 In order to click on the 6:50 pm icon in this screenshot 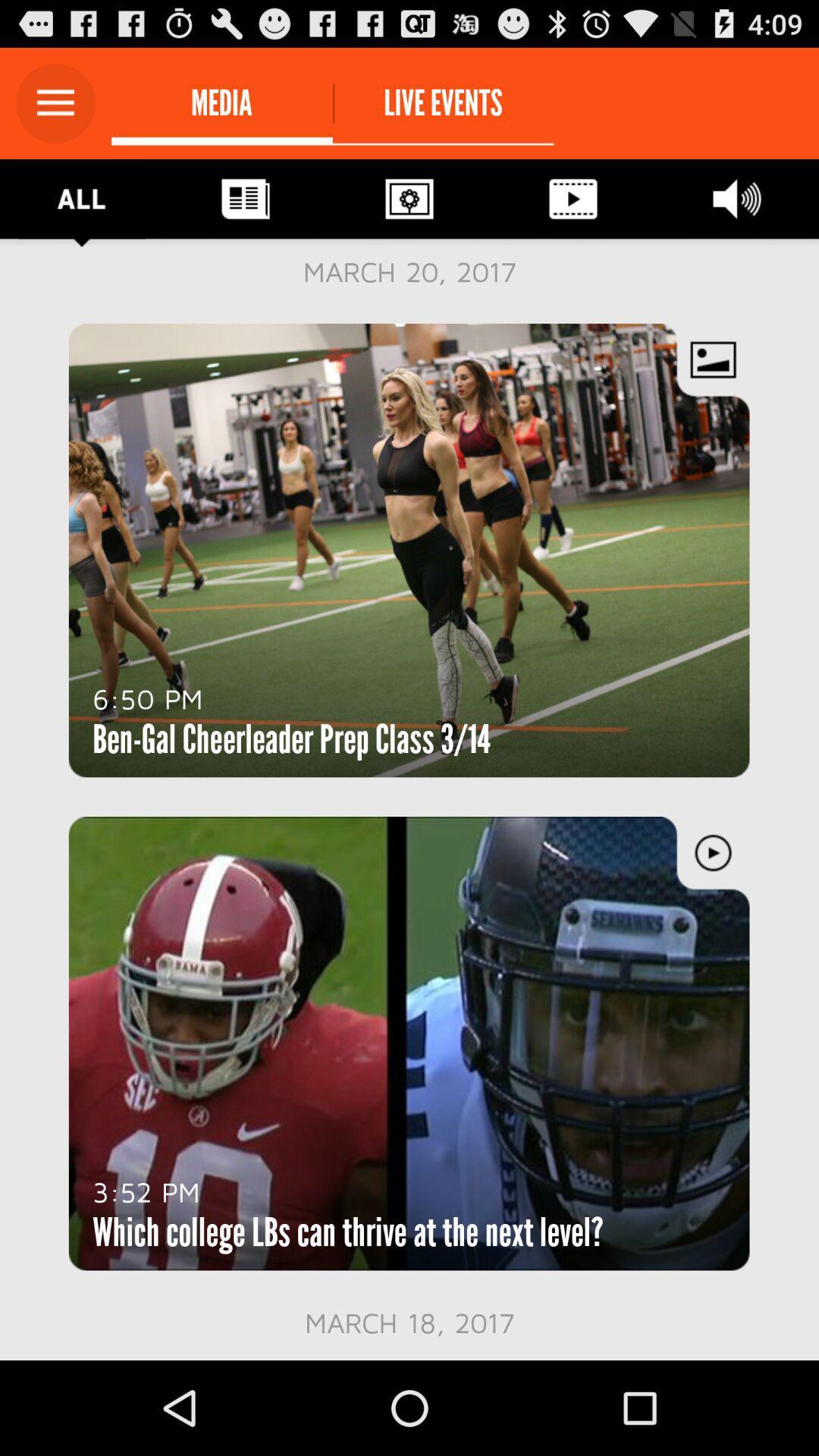, I will do `click(148, 698)`.